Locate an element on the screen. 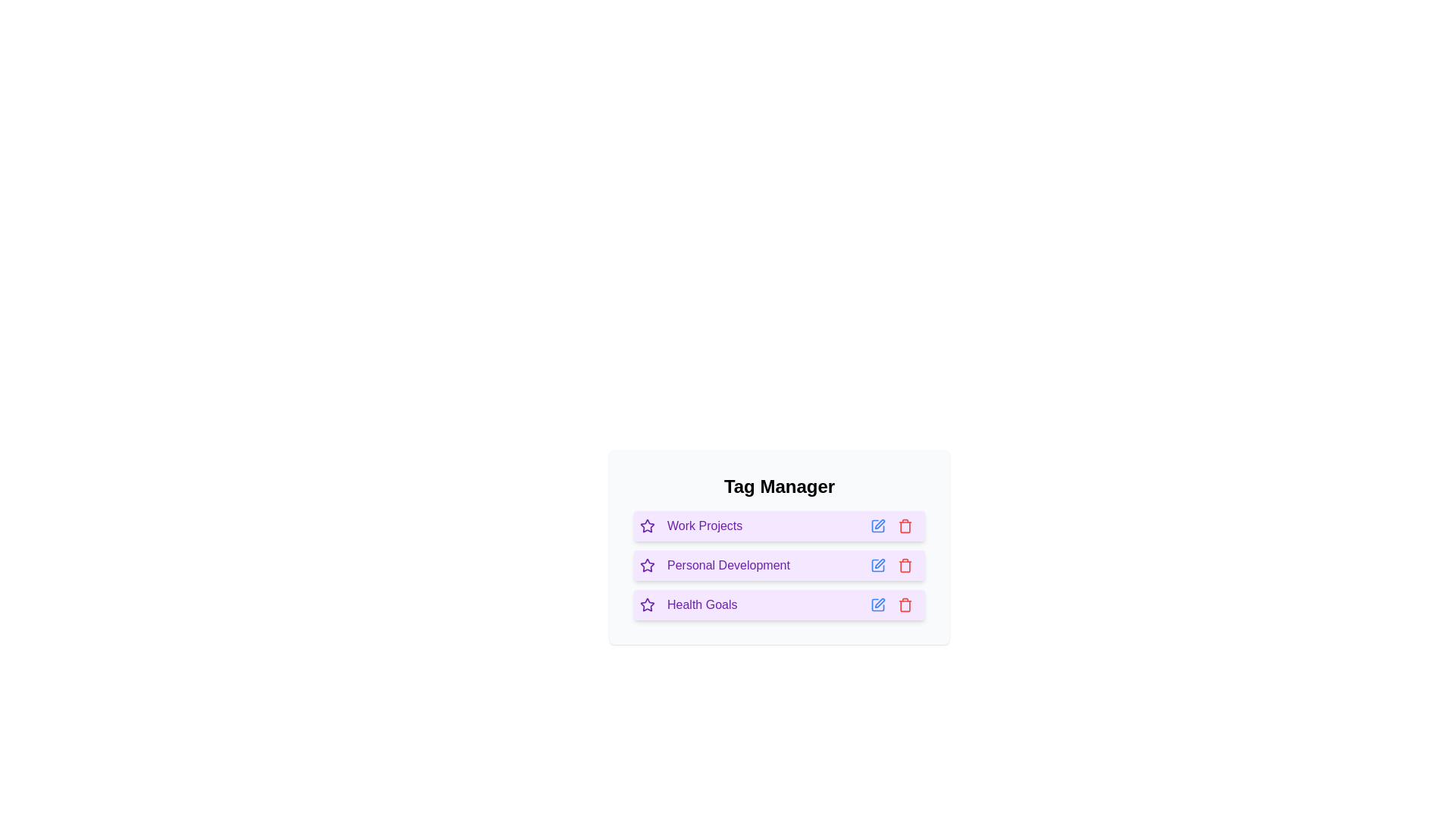 Image resolution: width=1456 pixels, height=819 pixels. edit button for the tag named Personal Development is located at coordinates (877, 565).